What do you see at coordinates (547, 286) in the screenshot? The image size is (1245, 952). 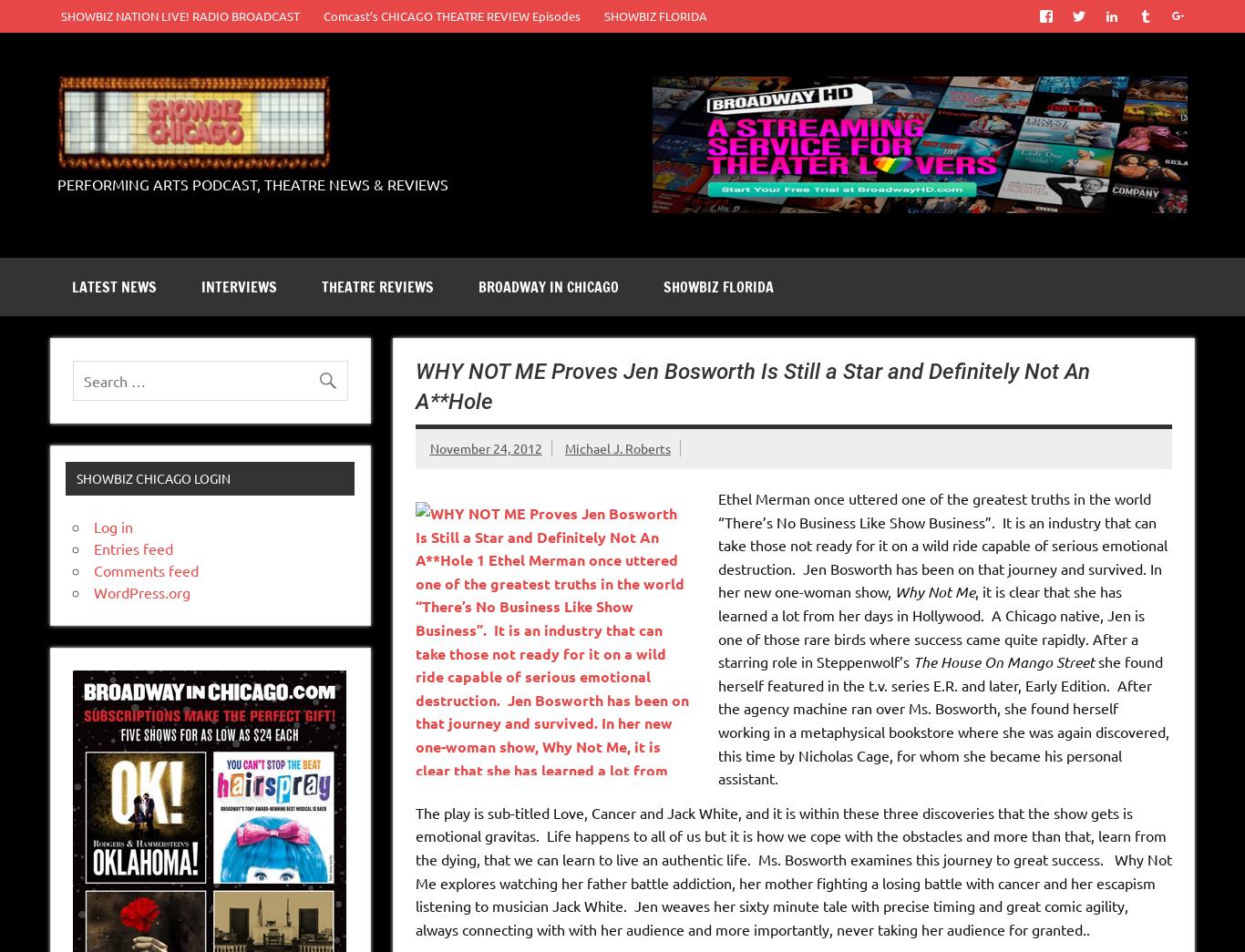 I see `'Broadway In Chicago'` at bounding box center [547, 286].